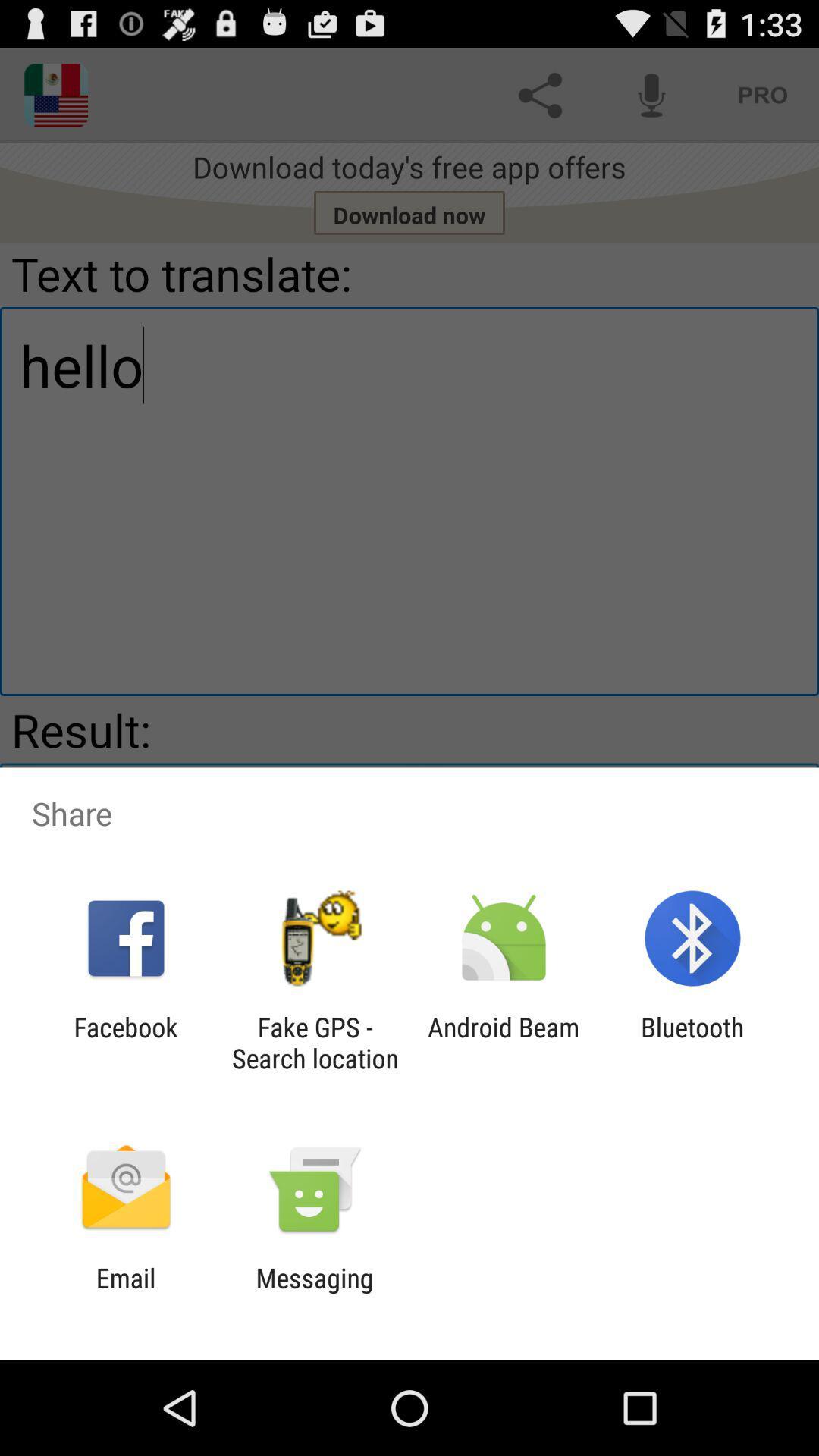 The height and width of the screenshot is (1456, 819). I want to click on app next to messaging icon, so click(125, 1293).